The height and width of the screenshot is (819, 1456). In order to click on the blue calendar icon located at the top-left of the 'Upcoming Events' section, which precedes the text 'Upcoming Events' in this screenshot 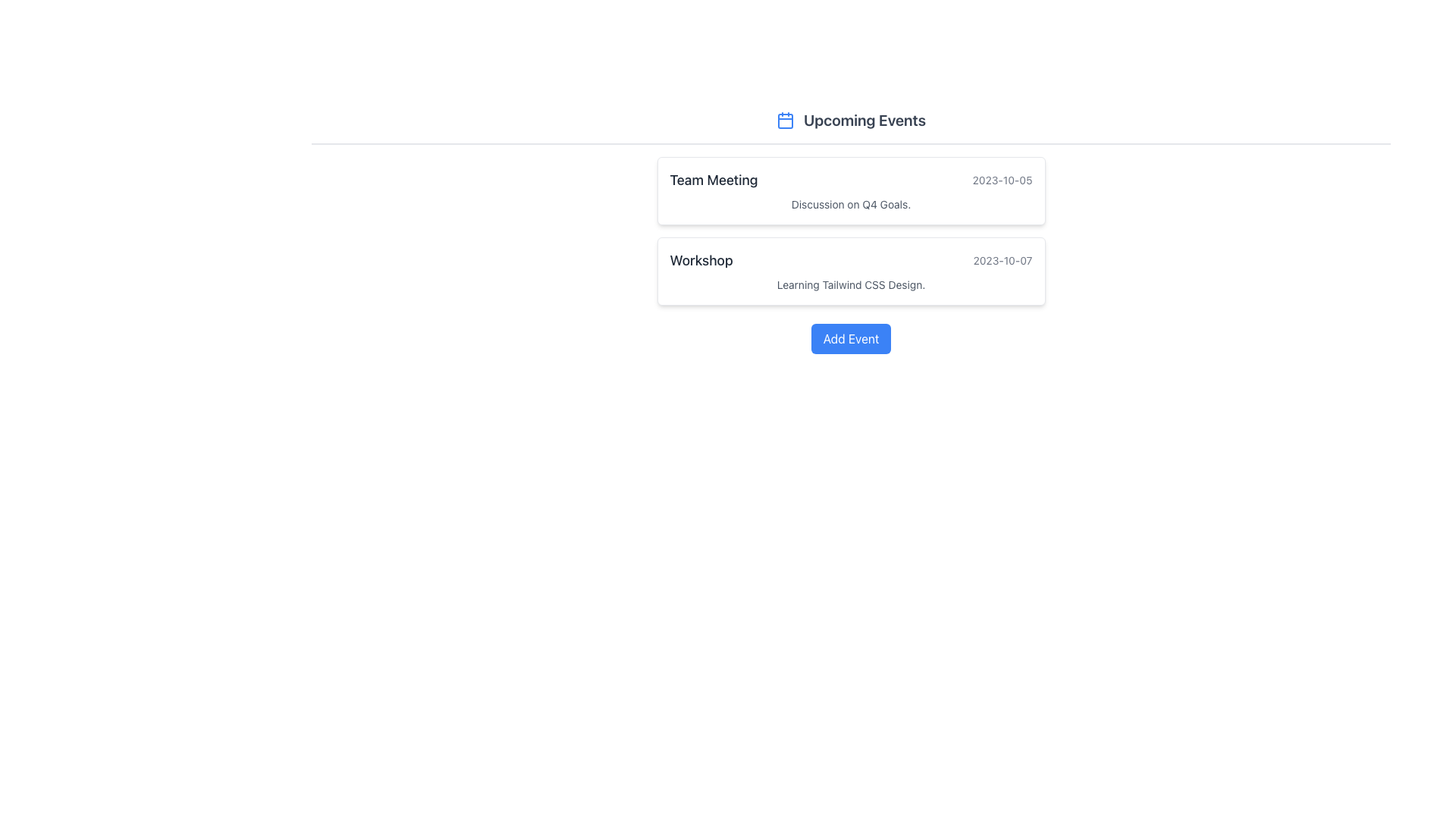, I will do `click(786, 119)`.